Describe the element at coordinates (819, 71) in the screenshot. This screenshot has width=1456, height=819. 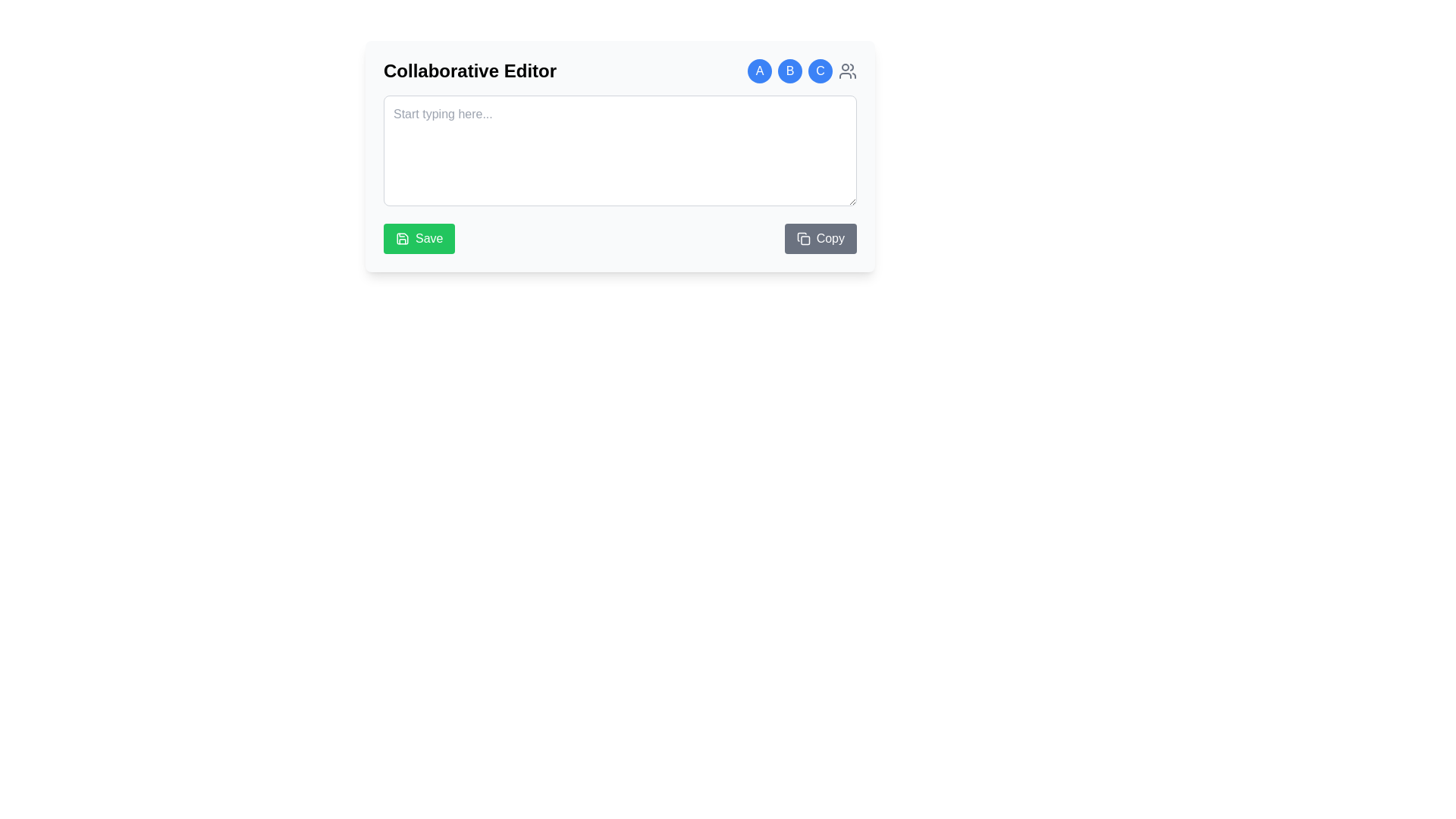
I see `the static label or badge representing the letter 'C', which is the third circular icon in a row of icons labeled 'A', 'B', and 'C', located in the top-right corner of the editor section` at that location.